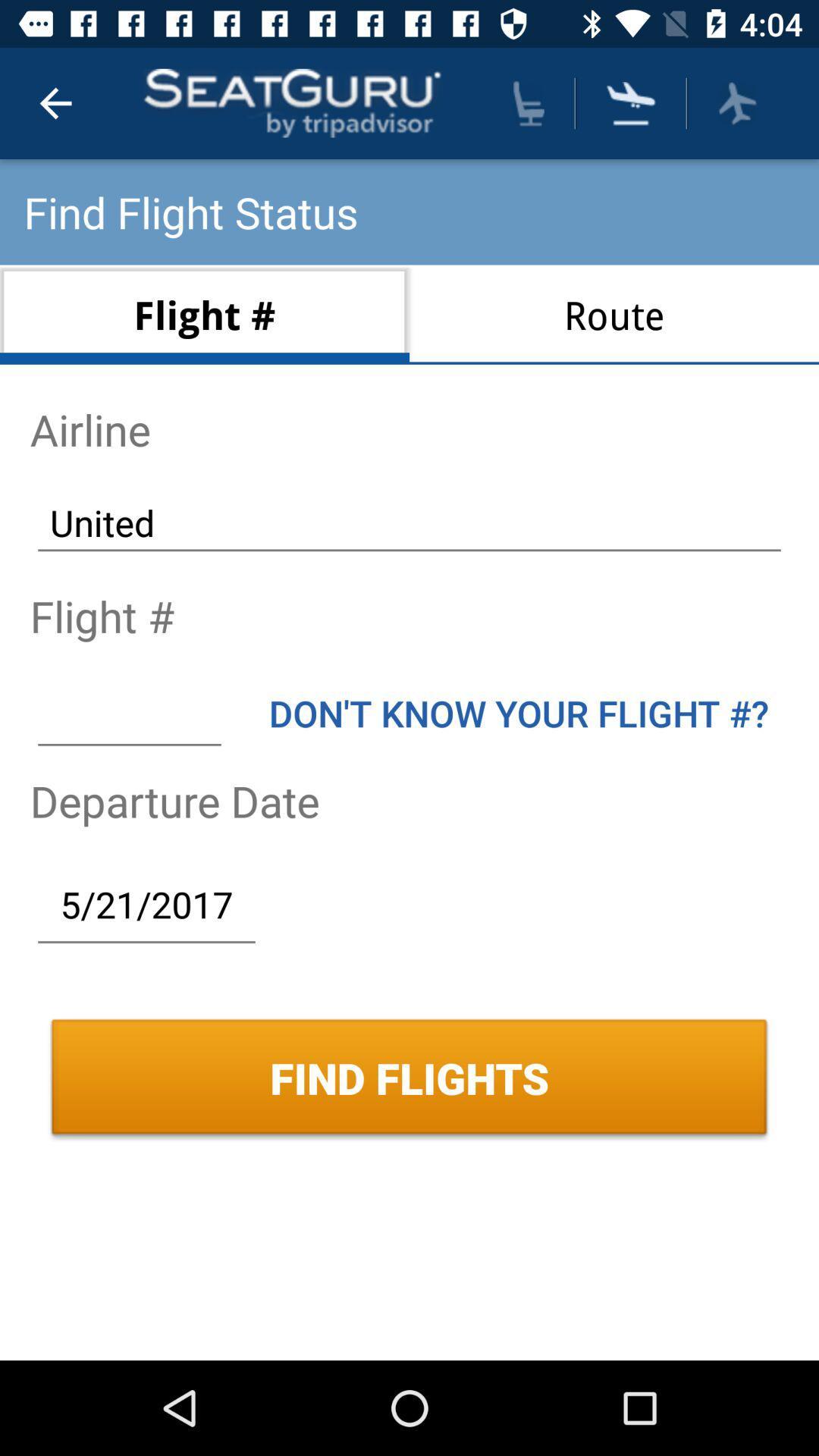 This screenshot has height=1456, width=819. What do you see at coordinates (614, 314) in the screenshot?
I see `icon above the united item` at bounding box center [614, 314].